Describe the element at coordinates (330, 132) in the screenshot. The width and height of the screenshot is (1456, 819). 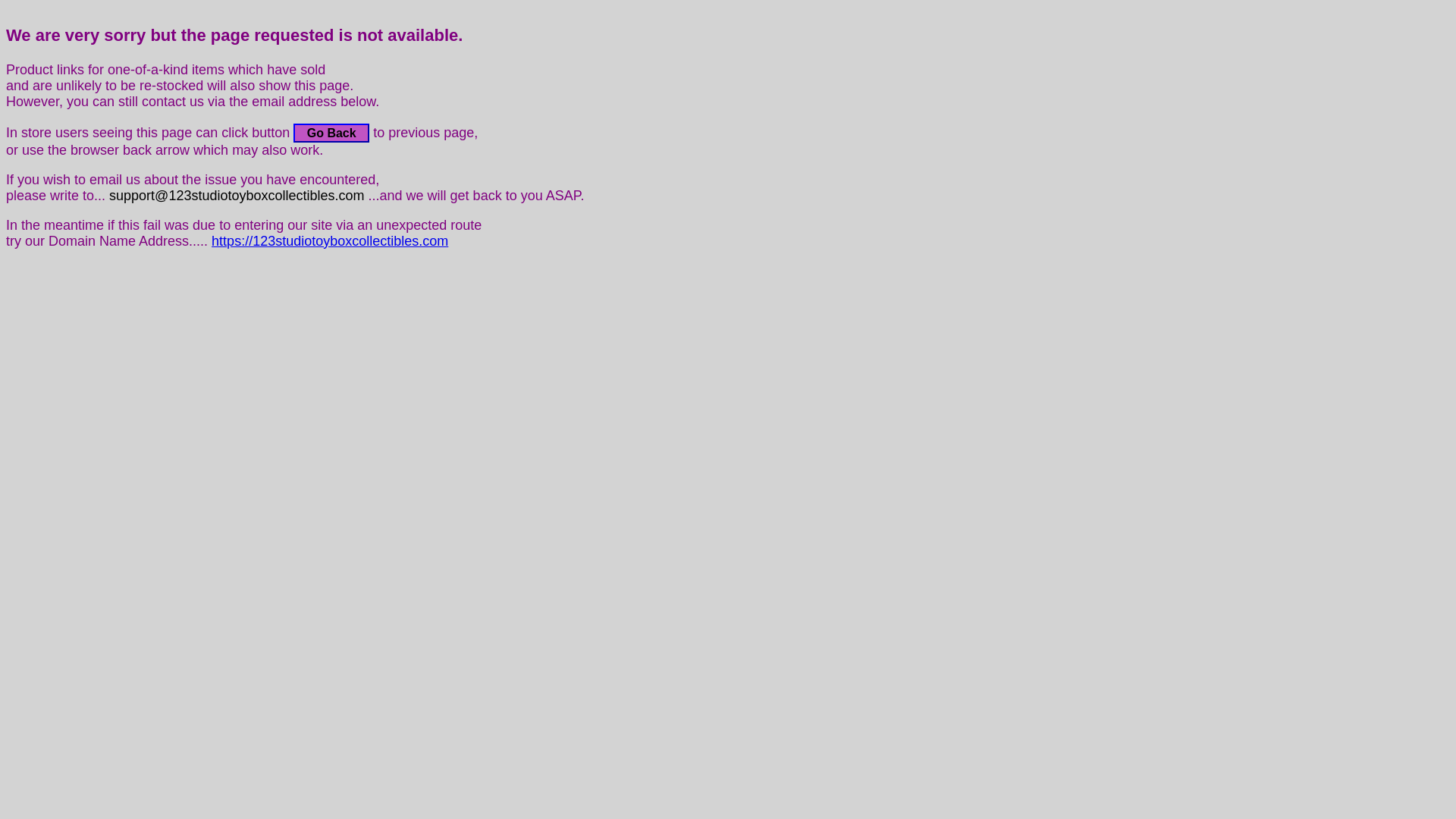
I see `'Go Back'` at that location.